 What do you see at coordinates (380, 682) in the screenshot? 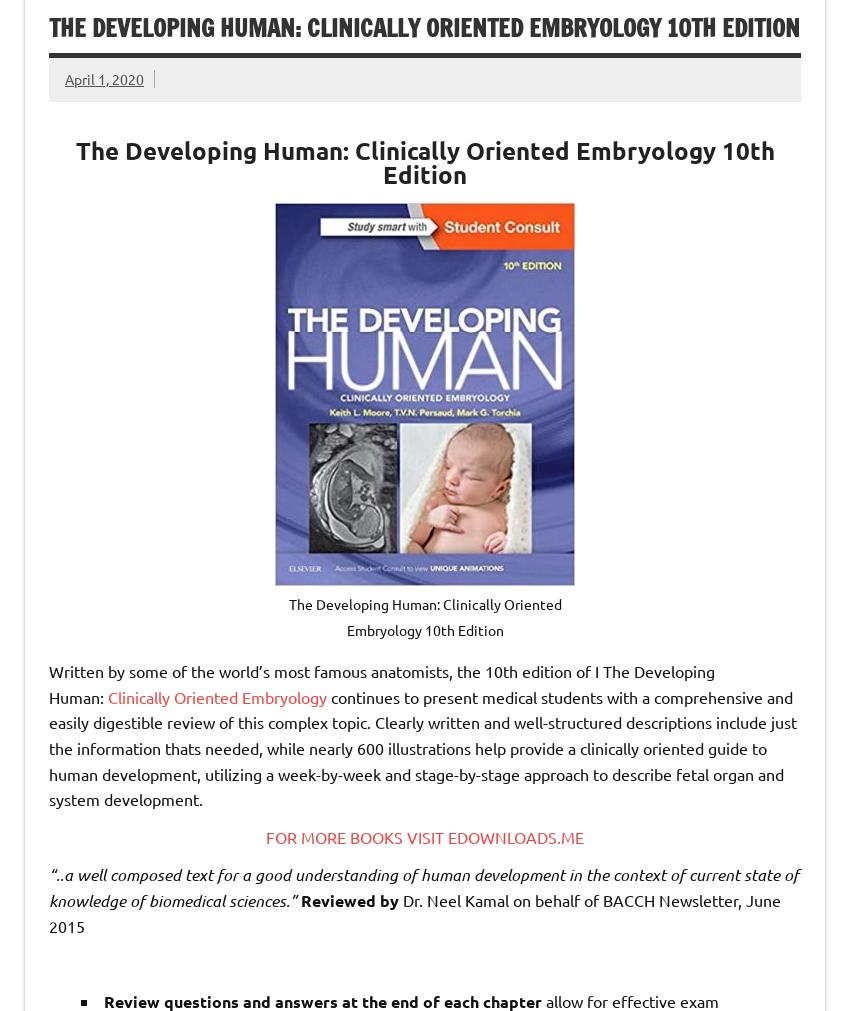
I see `'Written by some of the world’s most famous anatomists, the 10th edition of I The Developing Human:'` at bounding box center [380, 682].